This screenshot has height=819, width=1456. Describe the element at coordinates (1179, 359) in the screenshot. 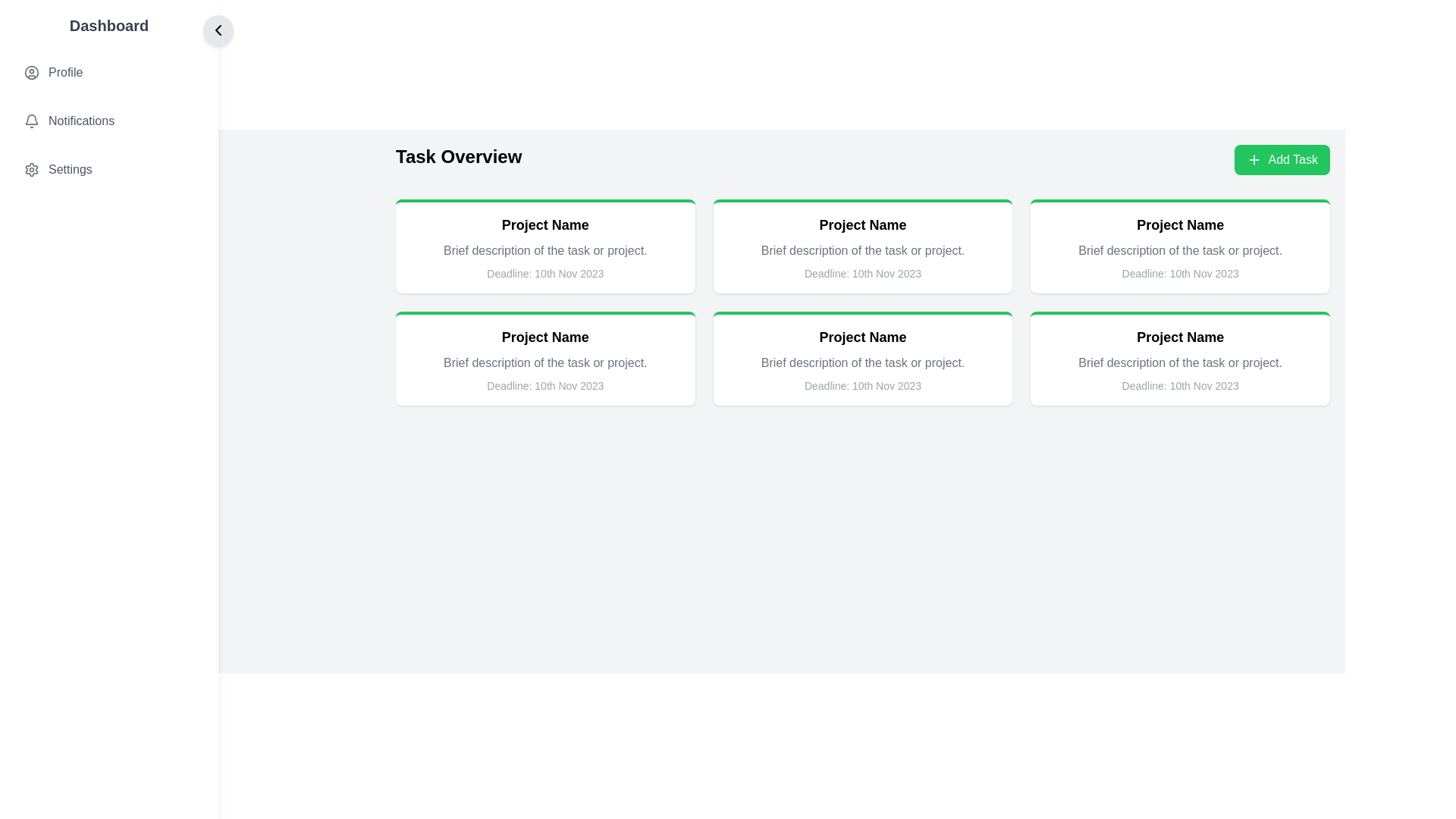

I see `the informational card component that displays project details, located in the bottom-right corner of the grid layout` at that location.